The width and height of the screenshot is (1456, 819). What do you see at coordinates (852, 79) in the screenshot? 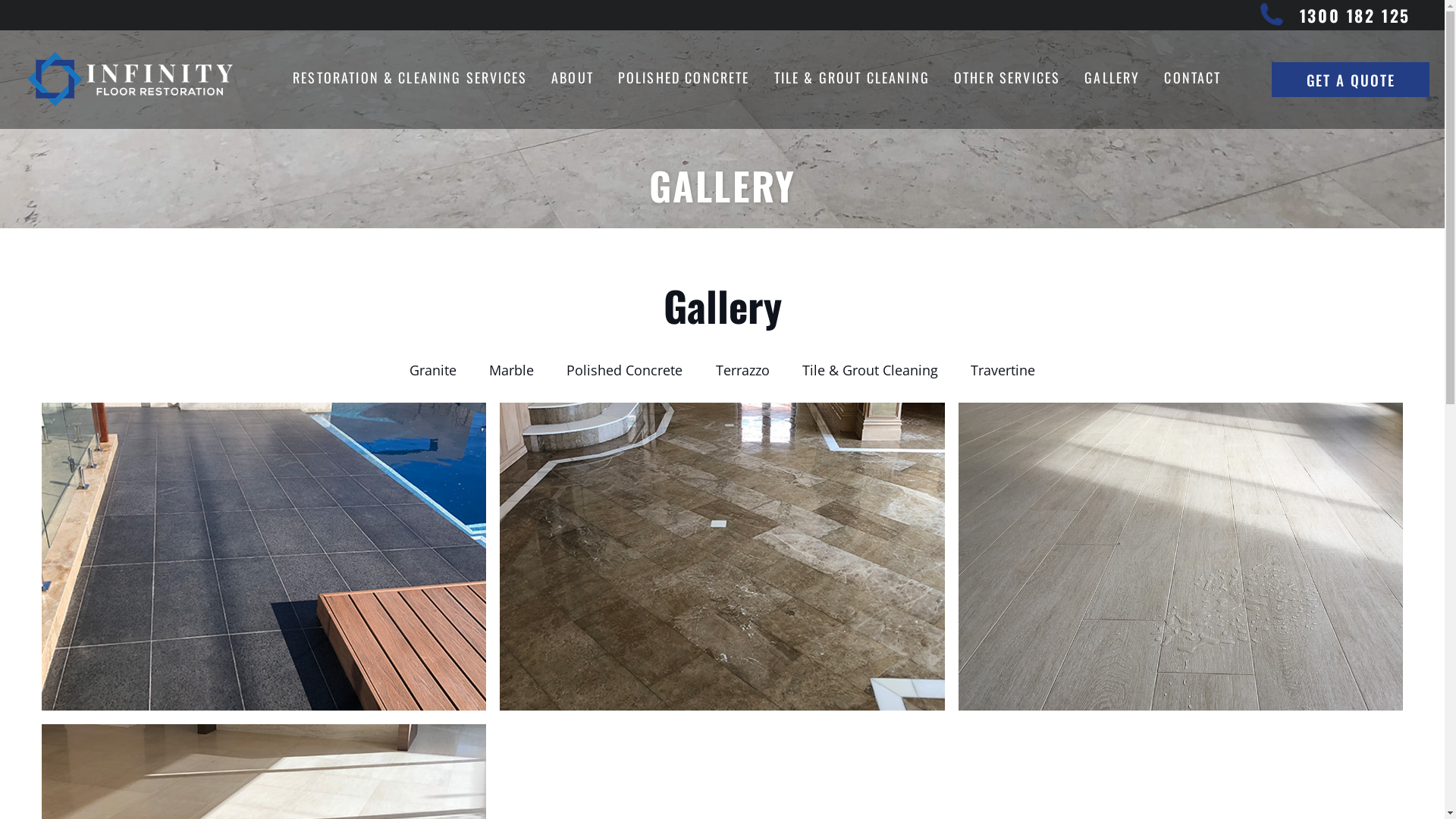
I see `'TILE & GROUT CLEANING'` at bounding box center [852, 79].